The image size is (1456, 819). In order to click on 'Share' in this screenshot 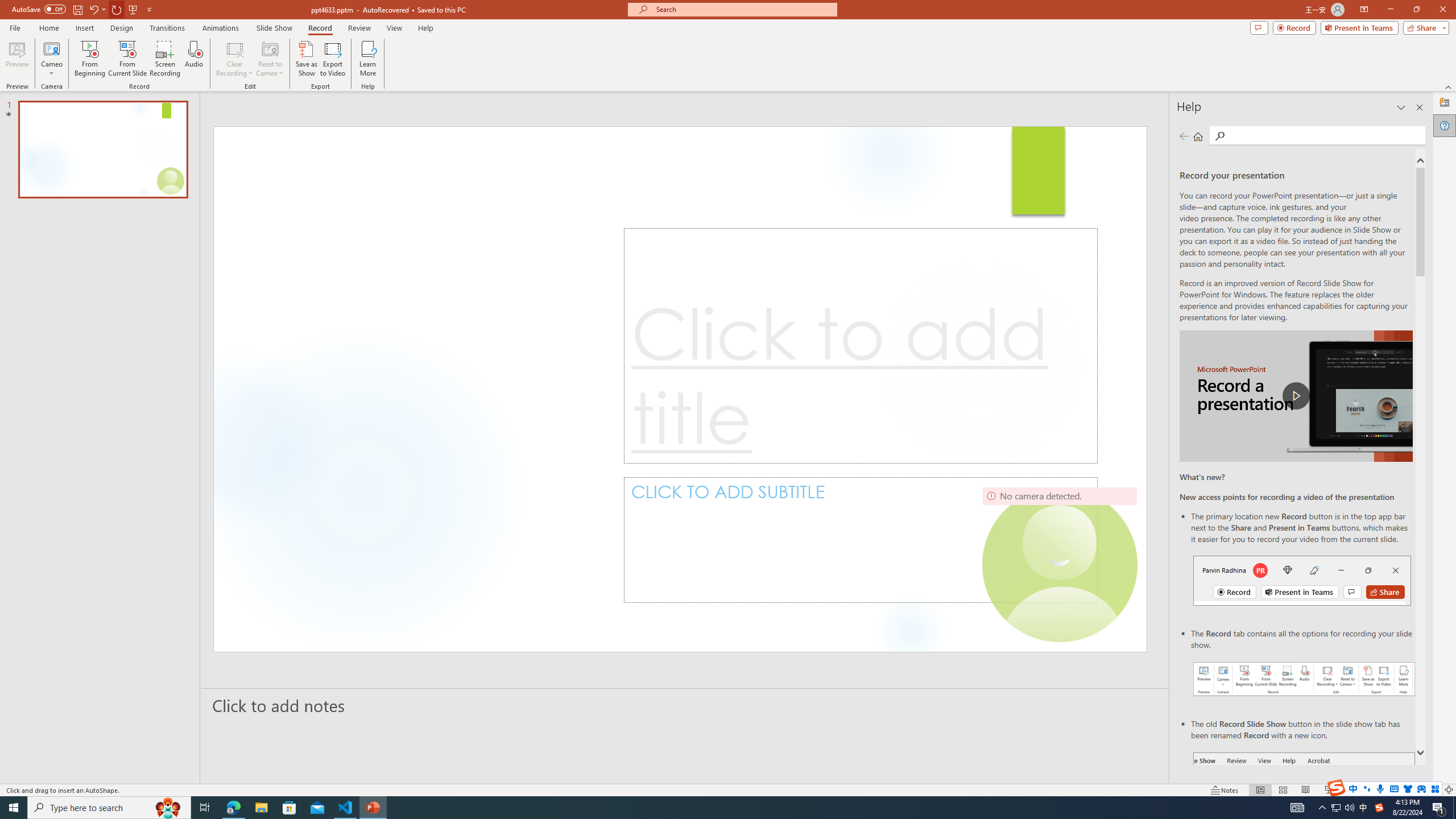, I will do `click(1423, 27)`.